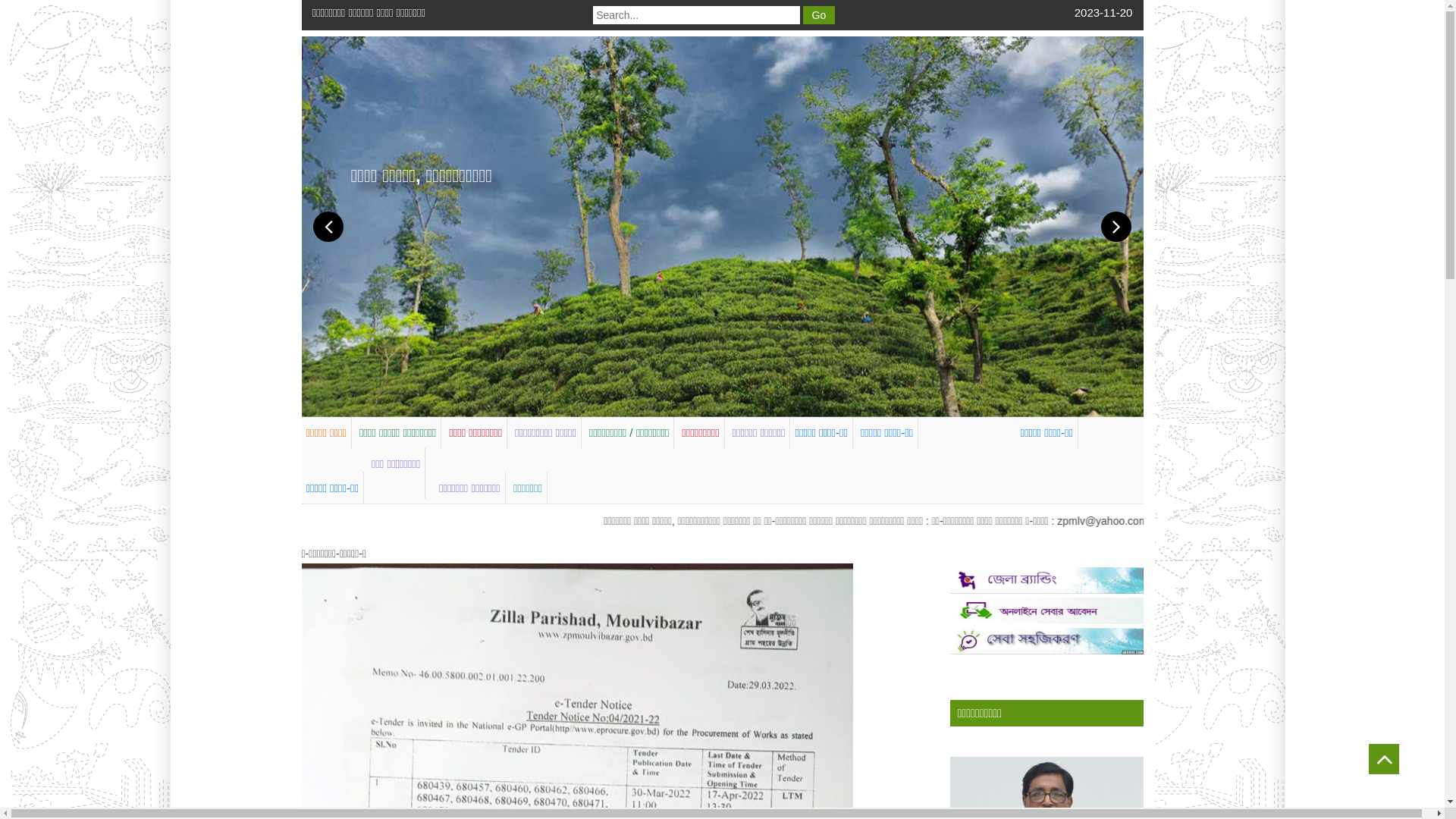 This screenshot has height=819, width=1456. I want to click on 'Go', so click(818, 14).